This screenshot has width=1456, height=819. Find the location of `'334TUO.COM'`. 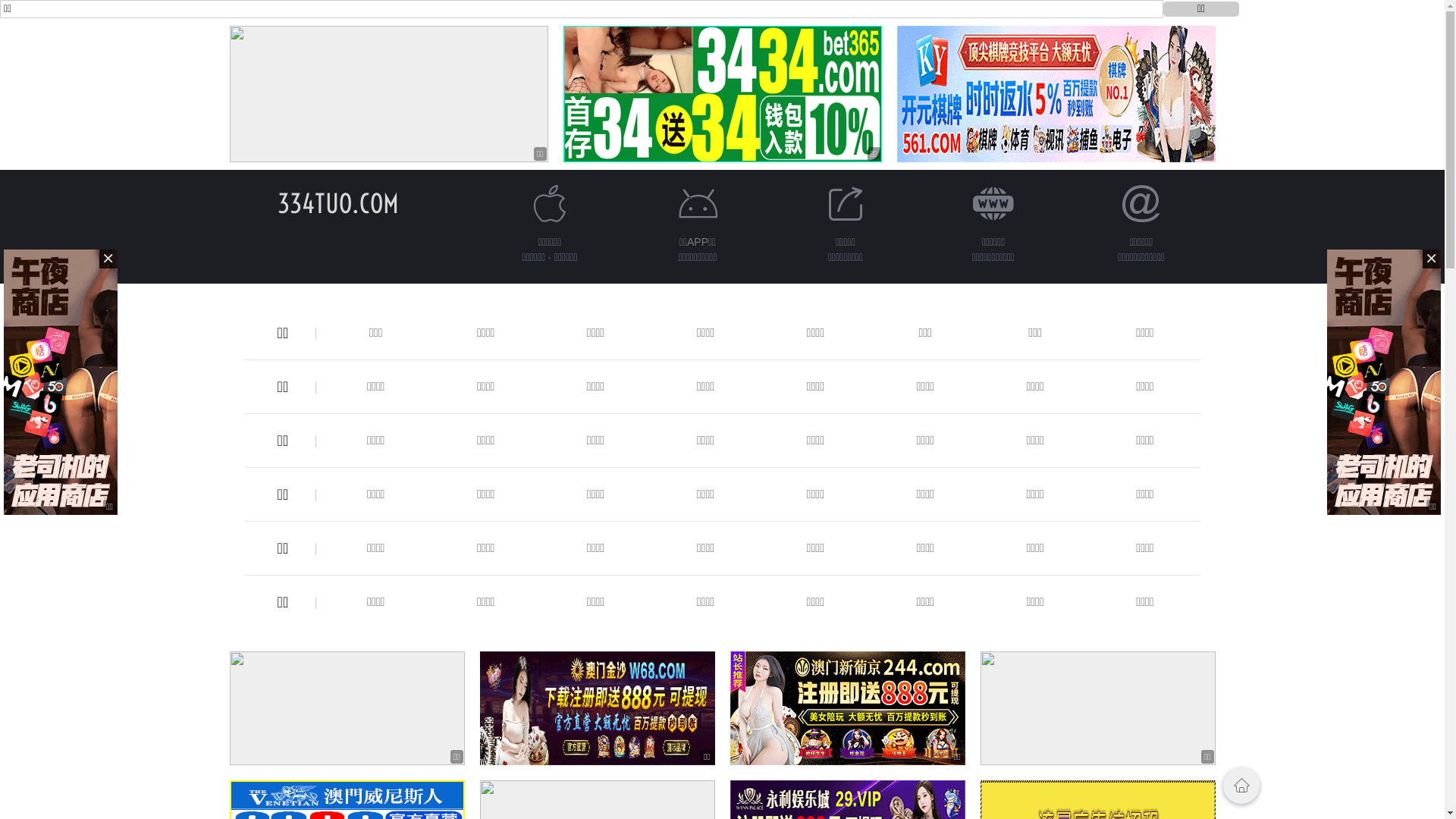

'334TUO.COM' is located at coordinates (337, 202).